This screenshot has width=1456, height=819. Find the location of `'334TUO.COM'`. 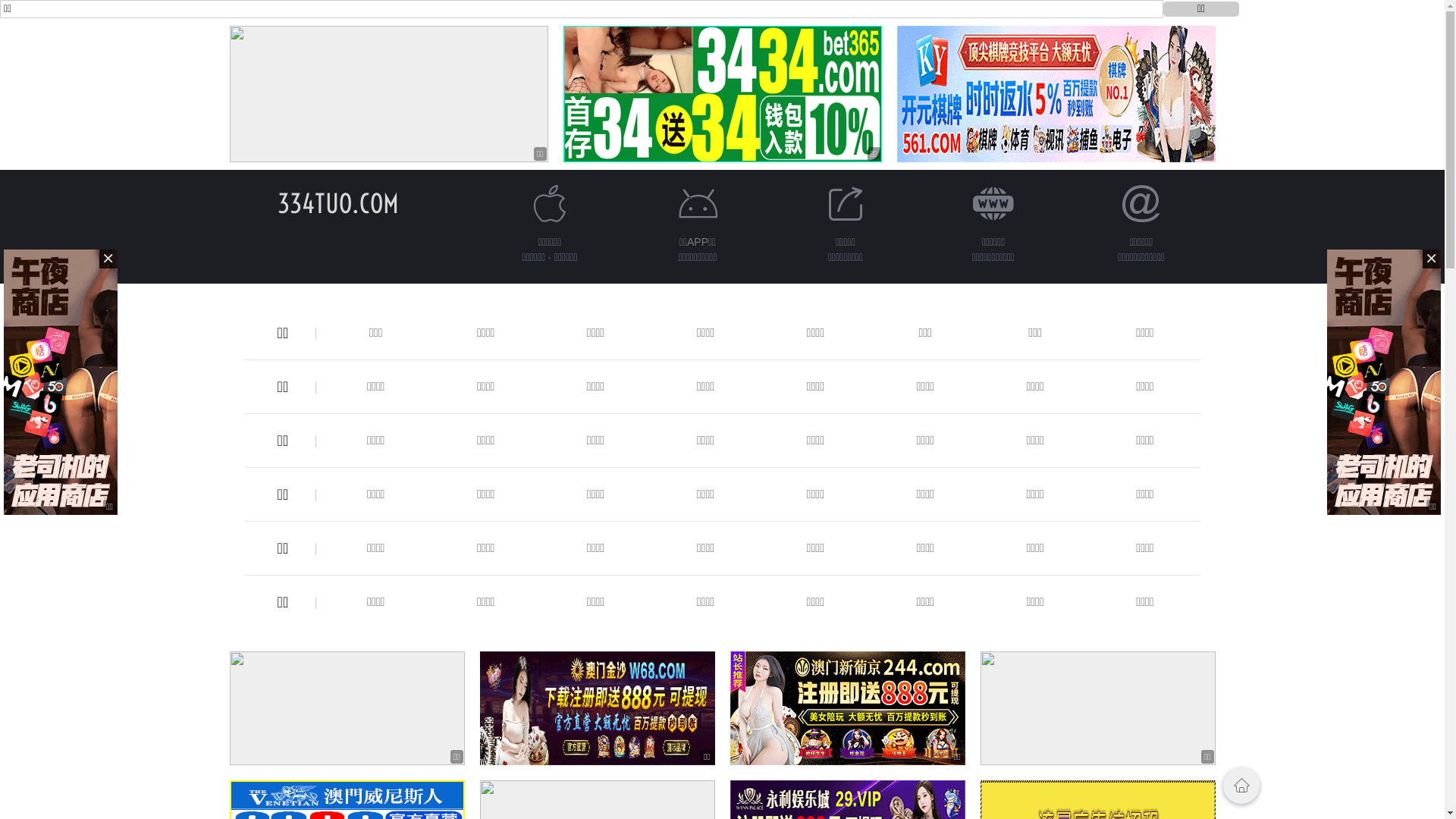

'334TUO.COM' is located at coordinates (337, 202).